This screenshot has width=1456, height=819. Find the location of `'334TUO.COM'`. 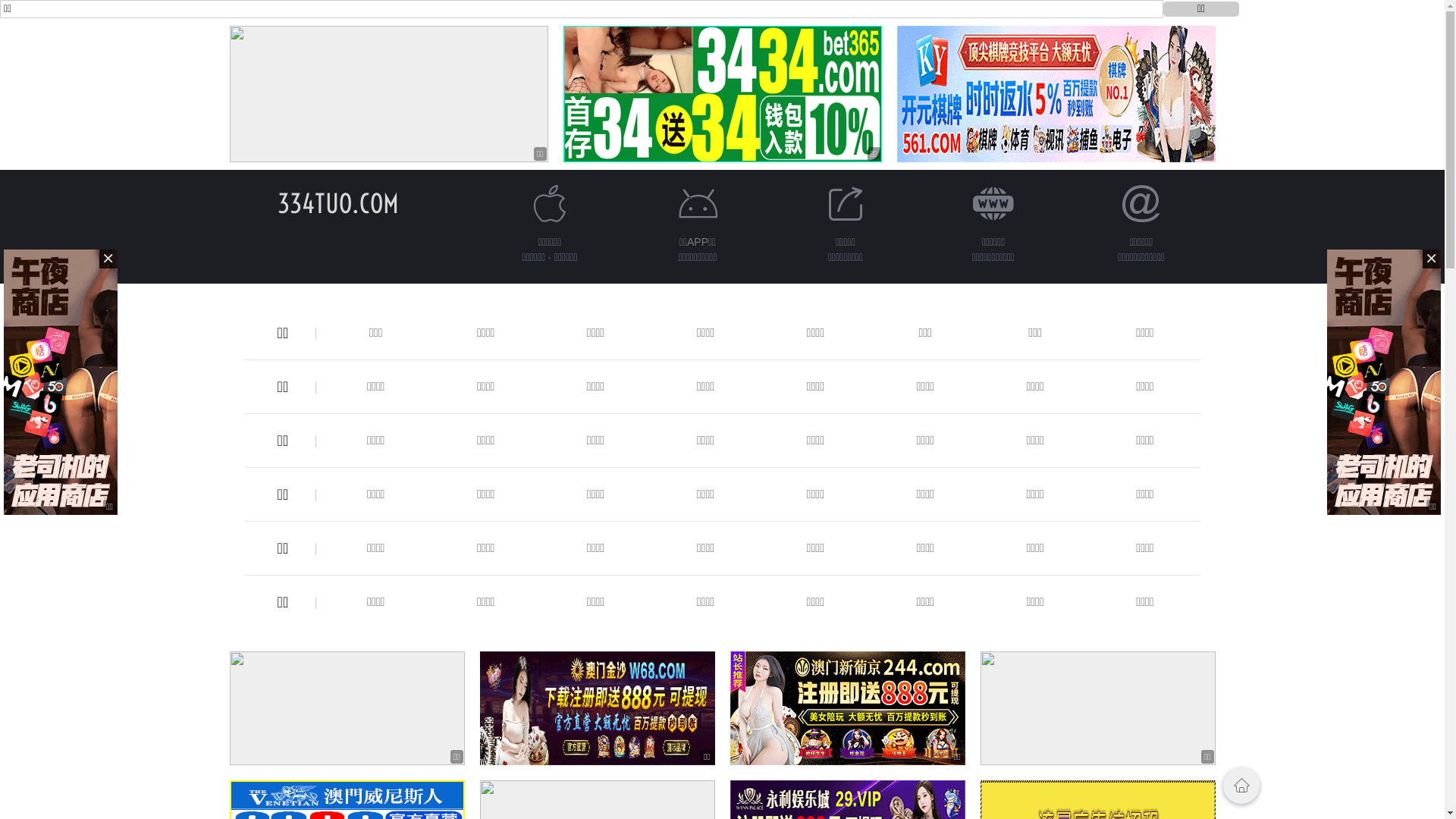

'334TUO.COM' is located at coordinates (337, 202).